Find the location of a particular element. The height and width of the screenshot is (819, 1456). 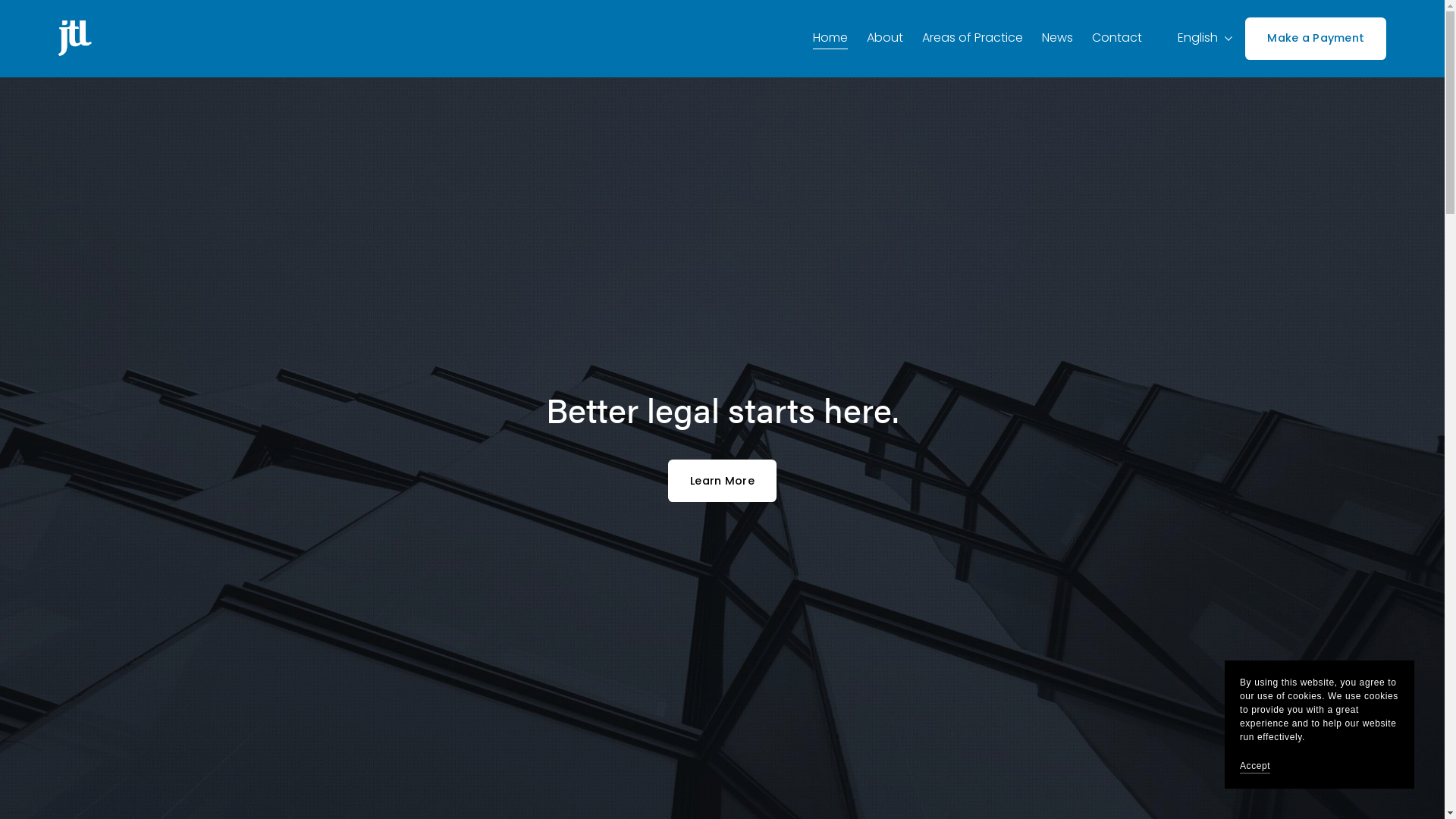

'Learn More' is located at coordinates (721, 480).